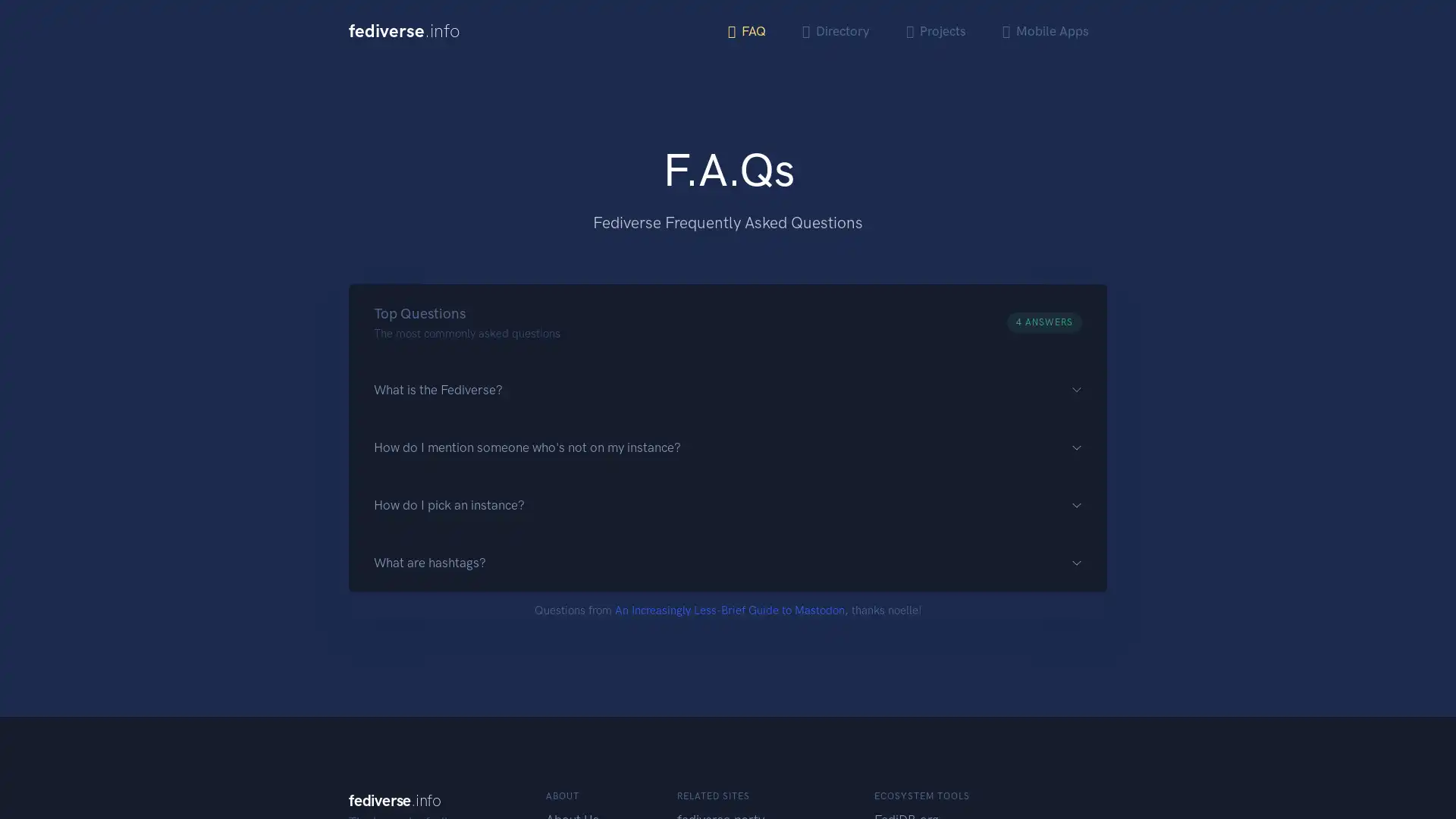  What do you see at coordinates (728, 563) in the screenshot?
I see `What are hashtags?` at bounding box center [728, 563].